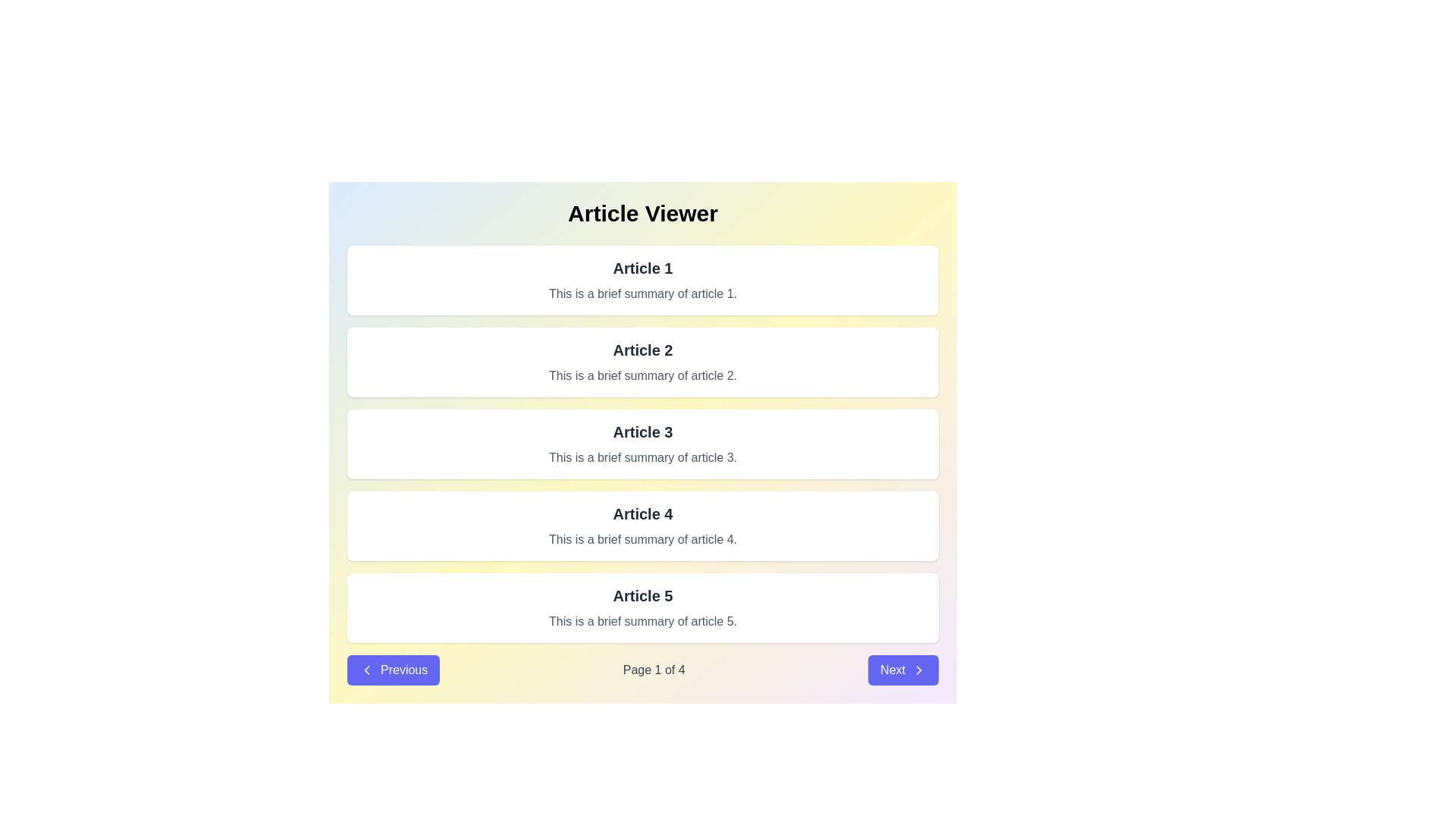  Describe the element at coordinates (643, 513) in the screenshot. I see `the title text of the fourth article to associate it with related content in its panel` at that location.